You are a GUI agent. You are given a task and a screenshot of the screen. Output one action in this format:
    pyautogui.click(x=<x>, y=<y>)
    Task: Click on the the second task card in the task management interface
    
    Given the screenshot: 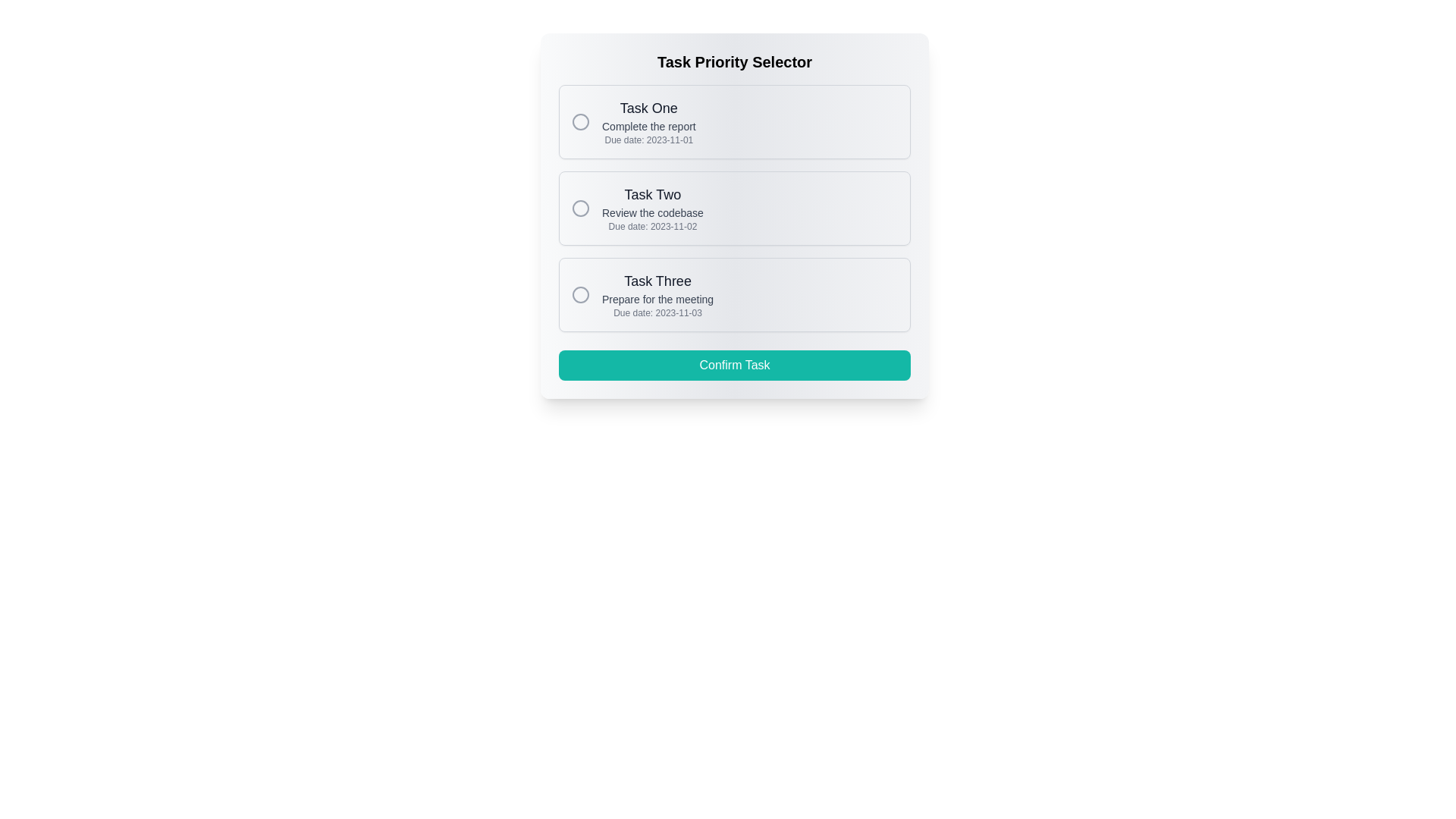 What is the action you would take?
    pyautogui.click(x=735, y=216)
    